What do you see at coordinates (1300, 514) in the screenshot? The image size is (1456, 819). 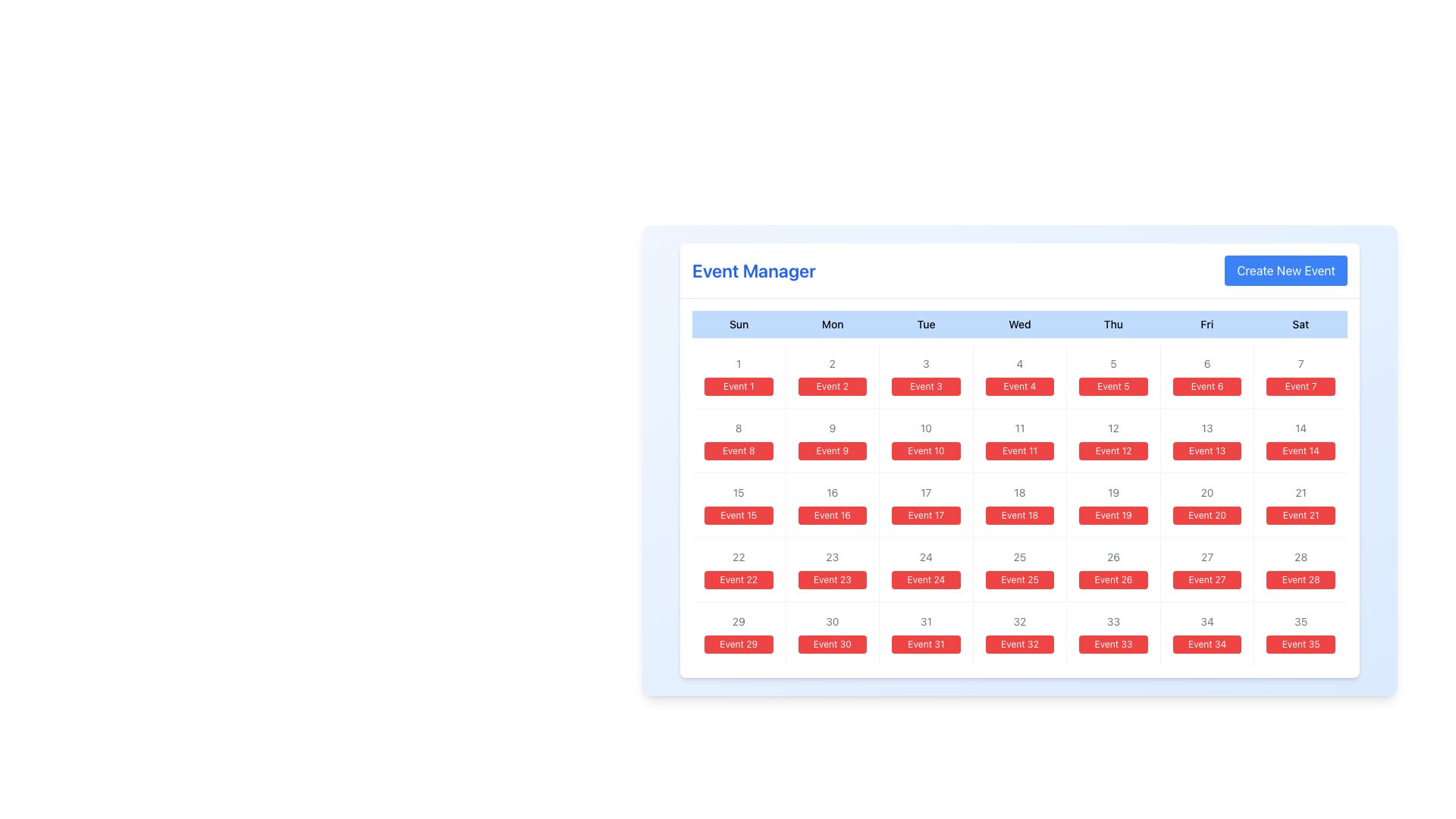 I see `the rectangular badge with rounded corners and a vibrant red background containing the text 'Event 21', located in the calendar grid under the Saturday column` at bounding box center [1300, 514].